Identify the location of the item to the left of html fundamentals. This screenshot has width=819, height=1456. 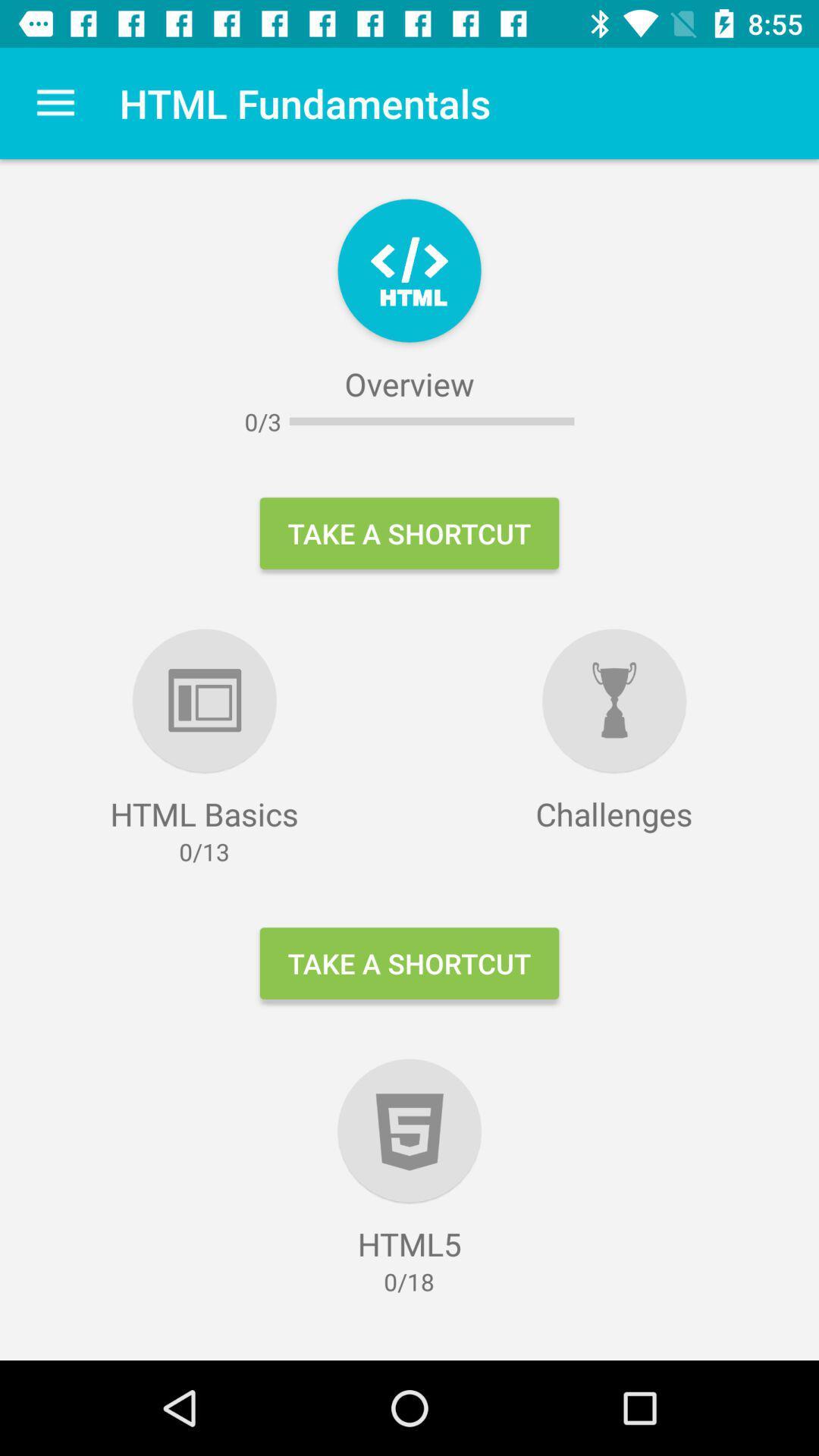
(55, 102).